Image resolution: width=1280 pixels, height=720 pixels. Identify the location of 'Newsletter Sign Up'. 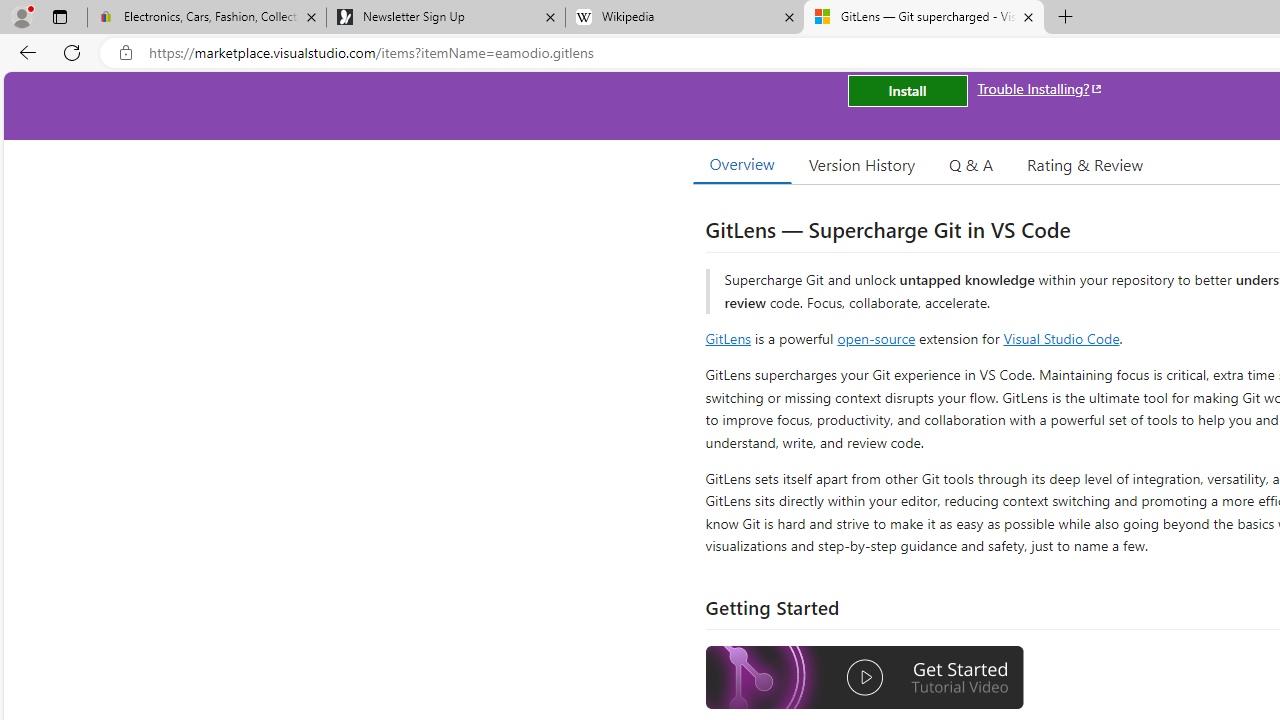
(444, 17).